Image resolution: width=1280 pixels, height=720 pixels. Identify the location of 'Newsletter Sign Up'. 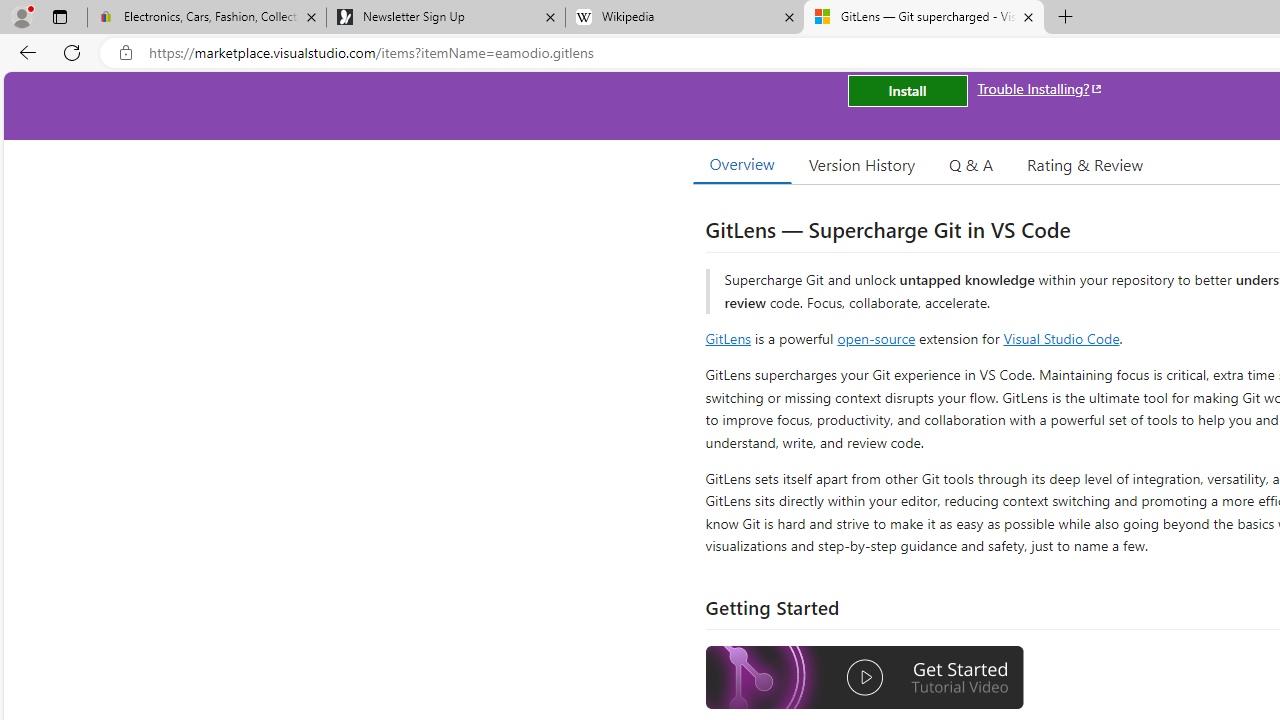
(444, 17).